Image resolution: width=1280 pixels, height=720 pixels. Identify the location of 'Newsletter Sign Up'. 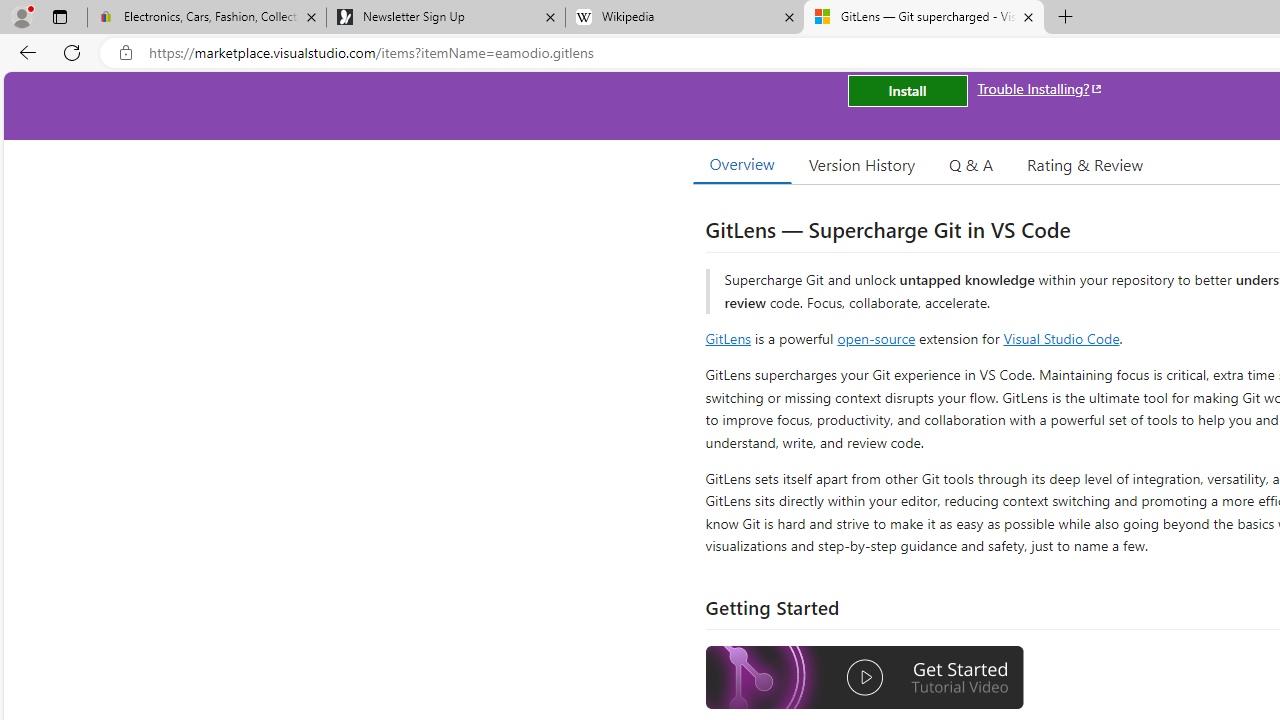
(444, 17).